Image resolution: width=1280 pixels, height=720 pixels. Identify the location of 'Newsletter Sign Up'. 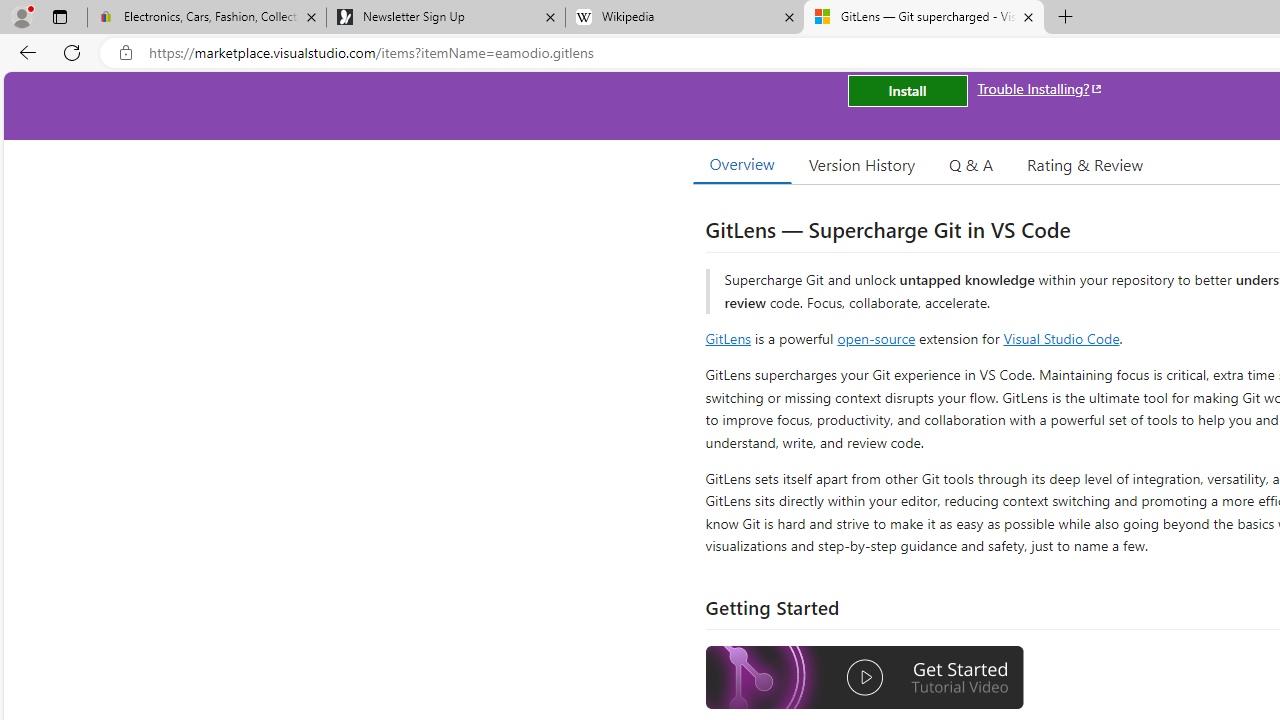
(444, 17).